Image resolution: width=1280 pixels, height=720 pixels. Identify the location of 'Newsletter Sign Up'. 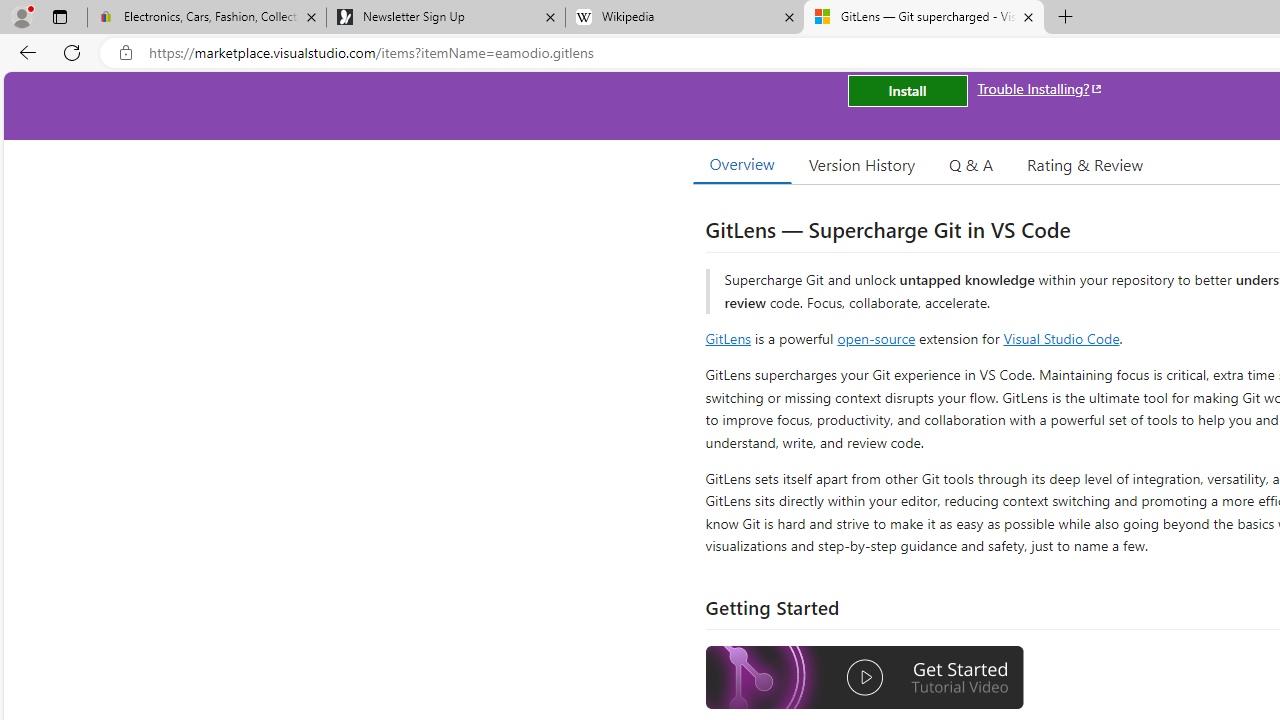
(444, 17).